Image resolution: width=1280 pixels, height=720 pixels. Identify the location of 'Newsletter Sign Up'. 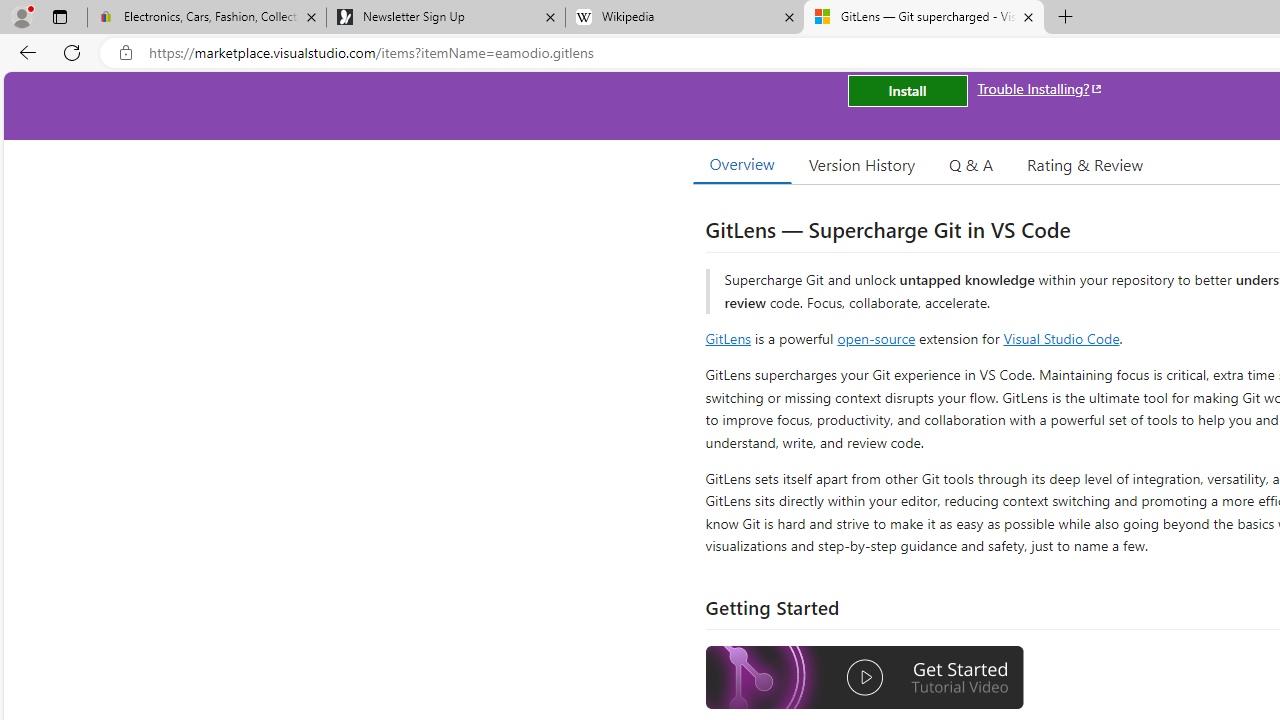
(444, 17).